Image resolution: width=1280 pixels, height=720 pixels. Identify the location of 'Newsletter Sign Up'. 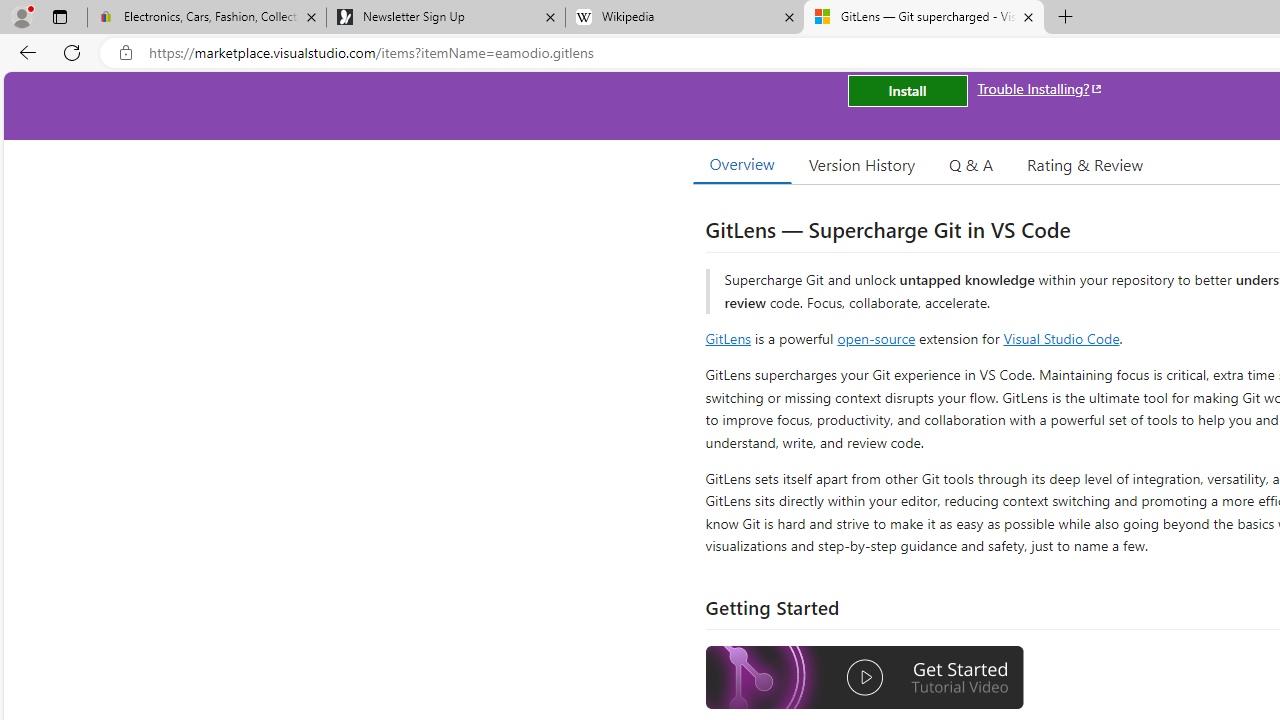
(444, 17).